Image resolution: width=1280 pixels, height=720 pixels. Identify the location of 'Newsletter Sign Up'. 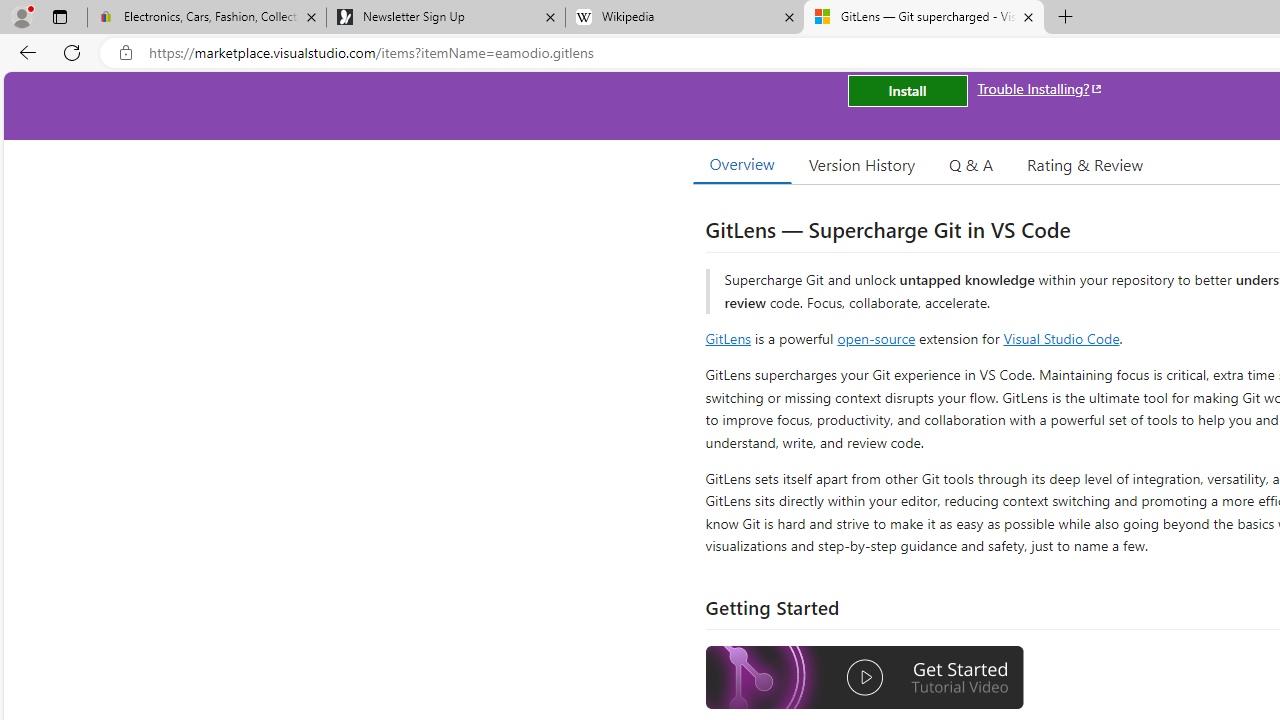
(444, 17).